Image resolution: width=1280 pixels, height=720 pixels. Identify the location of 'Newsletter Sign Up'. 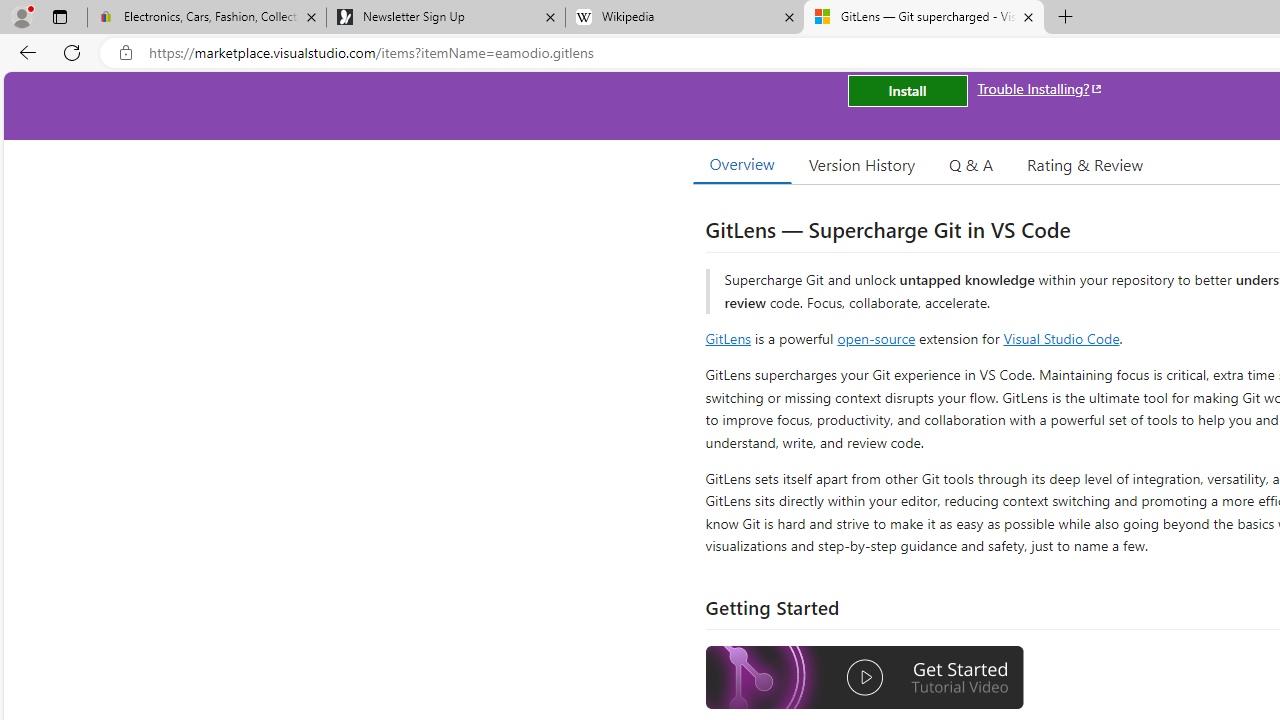
(444, 17).